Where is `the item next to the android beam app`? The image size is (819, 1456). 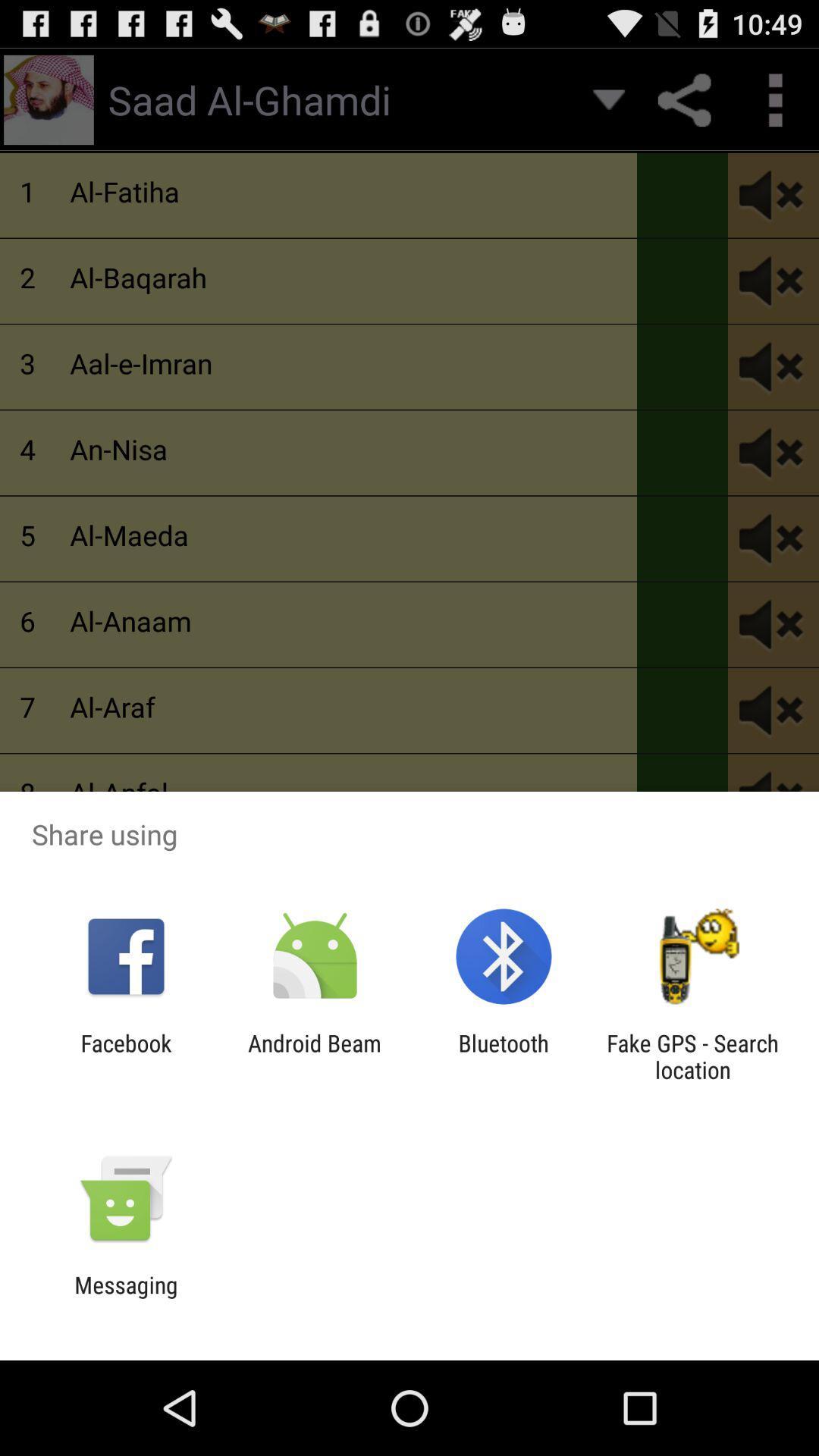
the item next to the android beam app is located at coordinates (504, 1056).